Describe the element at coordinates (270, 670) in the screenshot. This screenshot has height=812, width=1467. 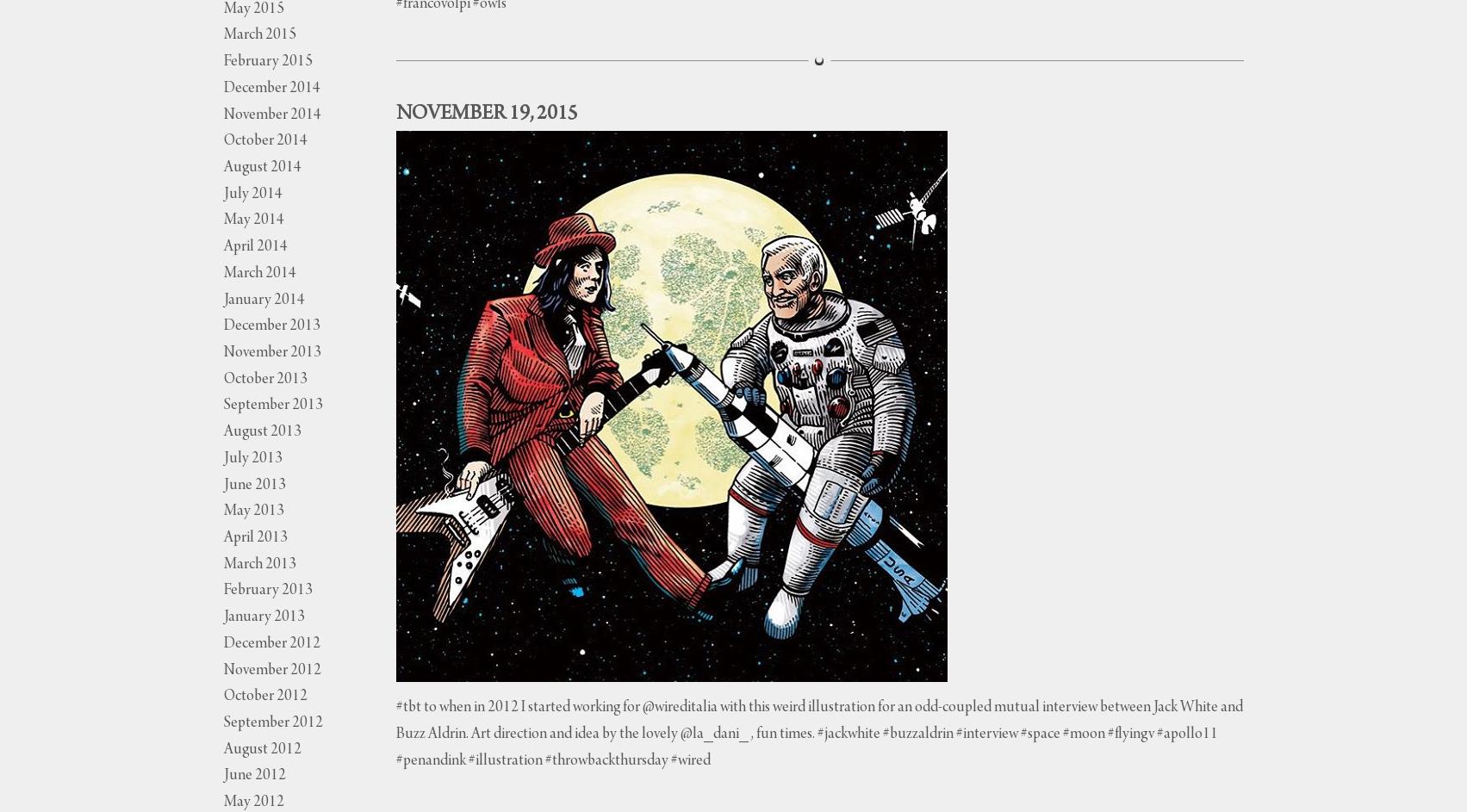
I see `'November 2012'` at that location.